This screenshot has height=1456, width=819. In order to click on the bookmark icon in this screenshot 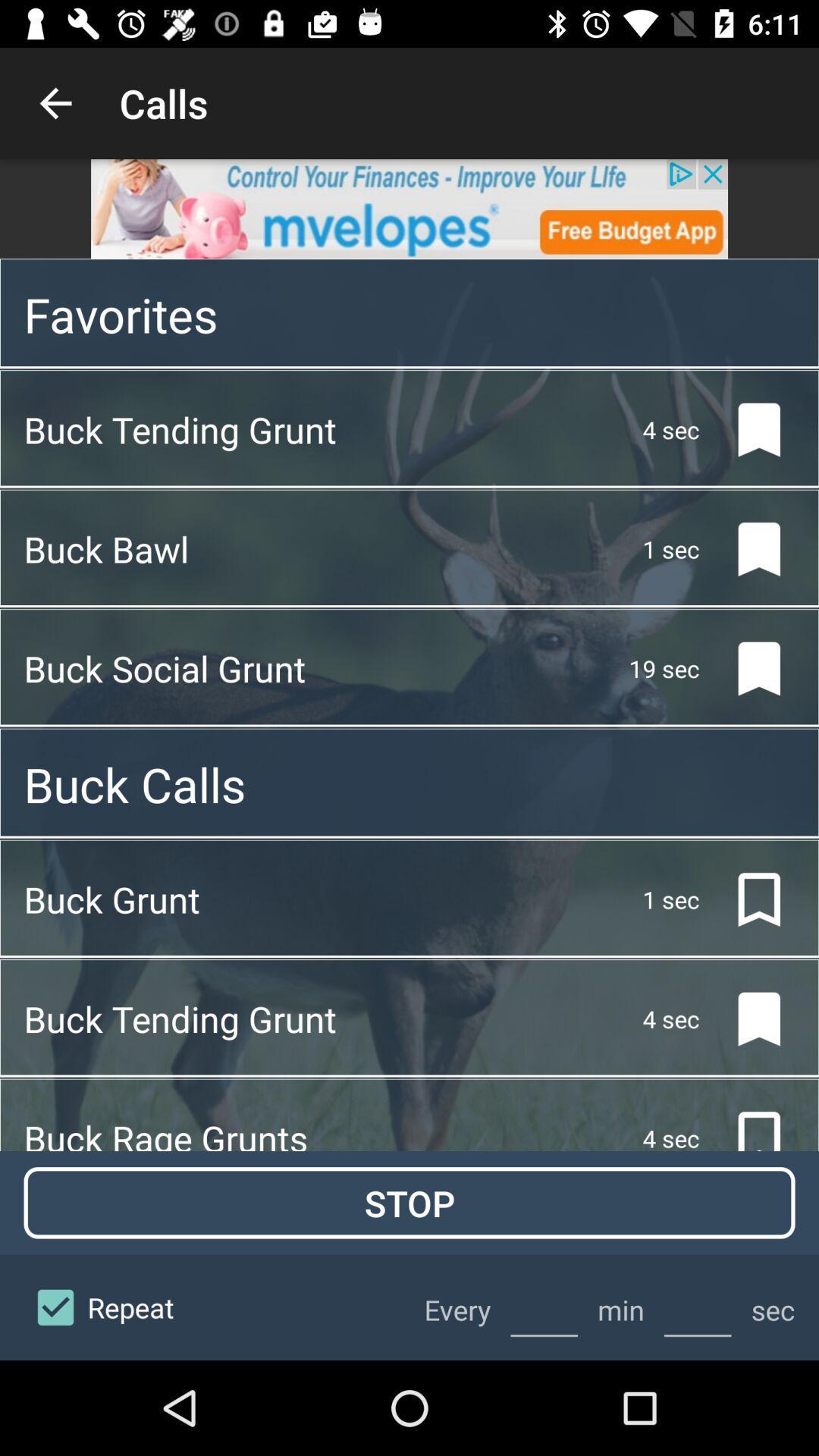, I will do `click(746, 1019)`.